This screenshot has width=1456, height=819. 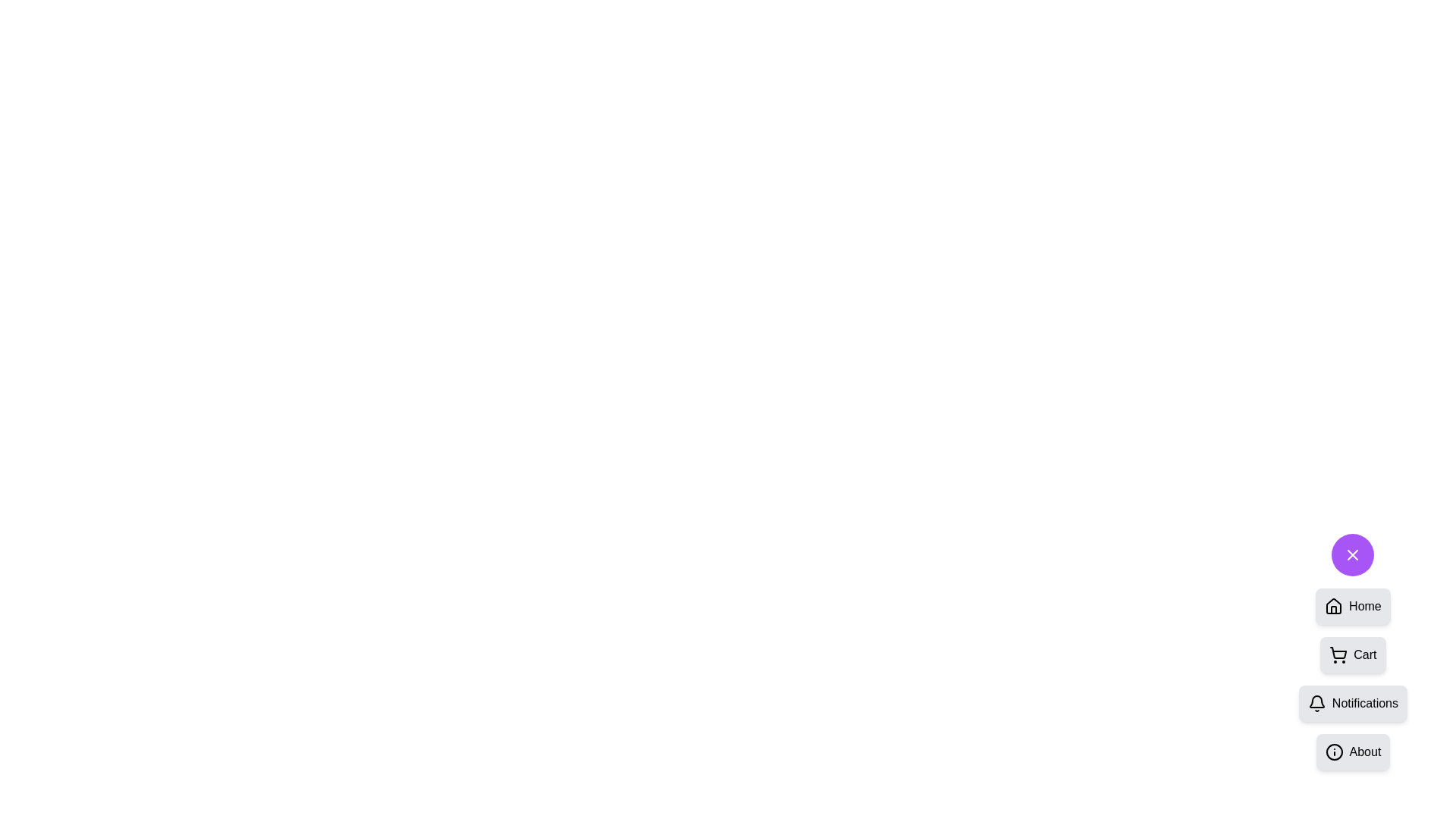 What do you see at coordinates (1353, 605) in the screenshot?
I see `the SpeedDial item labeled 'Home' to observe its hover effect` at bounding box center [1353, 605].